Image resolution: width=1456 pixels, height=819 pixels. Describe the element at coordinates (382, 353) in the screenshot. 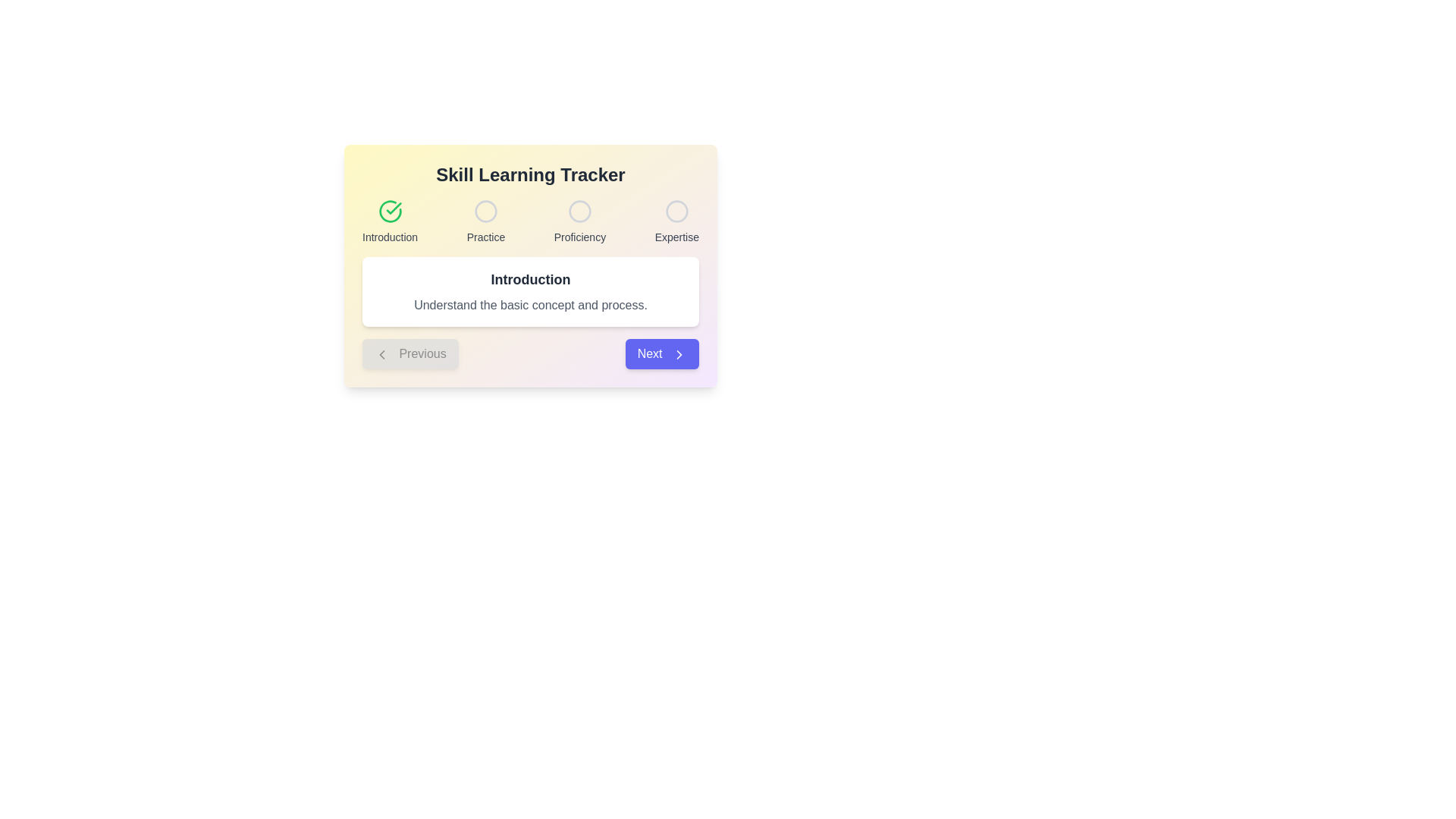

I see `the 'Previous' button which includes the left-facing arrow icon and is located in the bottom-left section of the card` at that location.